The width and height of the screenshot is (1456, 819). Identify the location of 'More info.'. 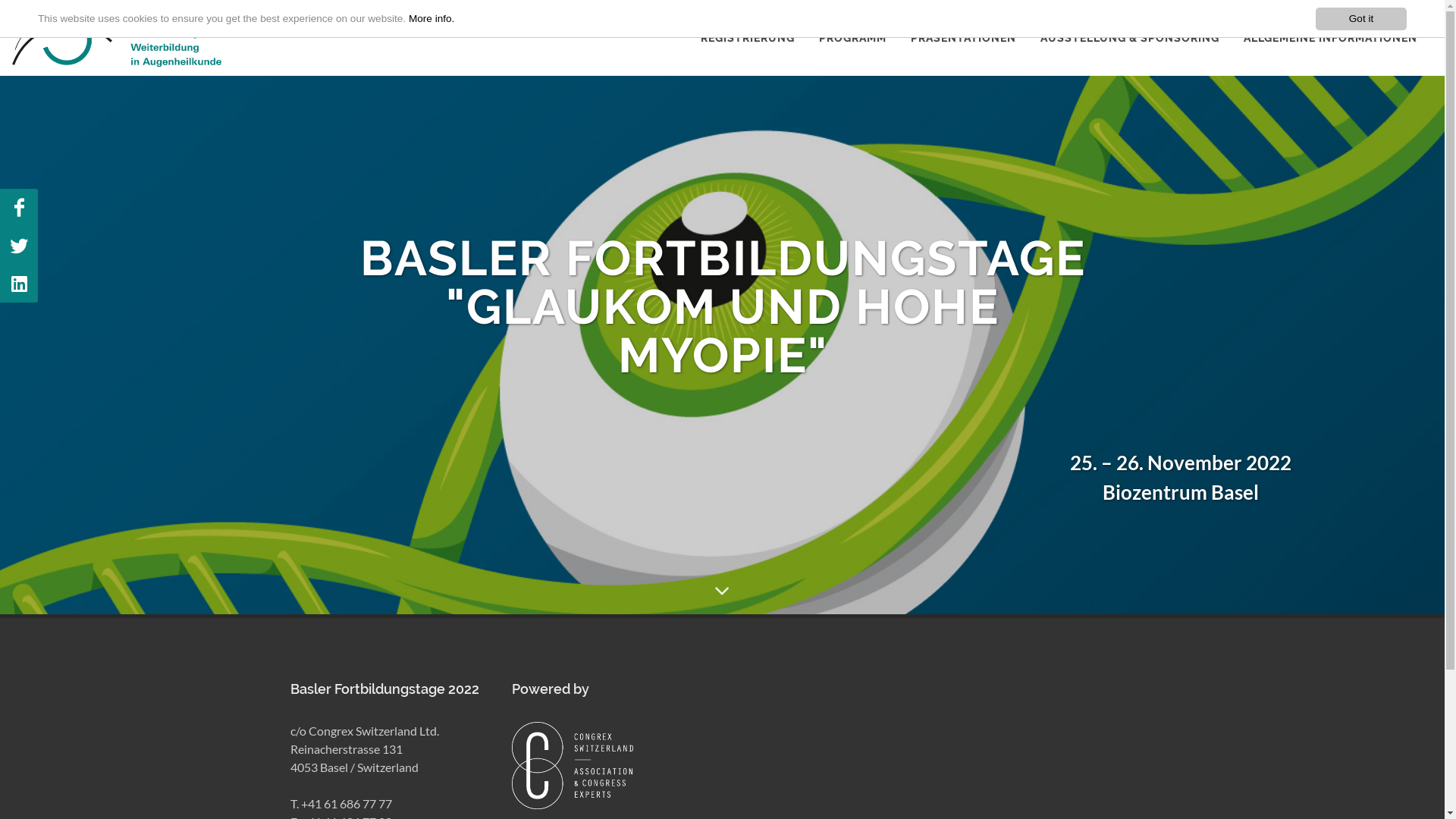
(408, 18).